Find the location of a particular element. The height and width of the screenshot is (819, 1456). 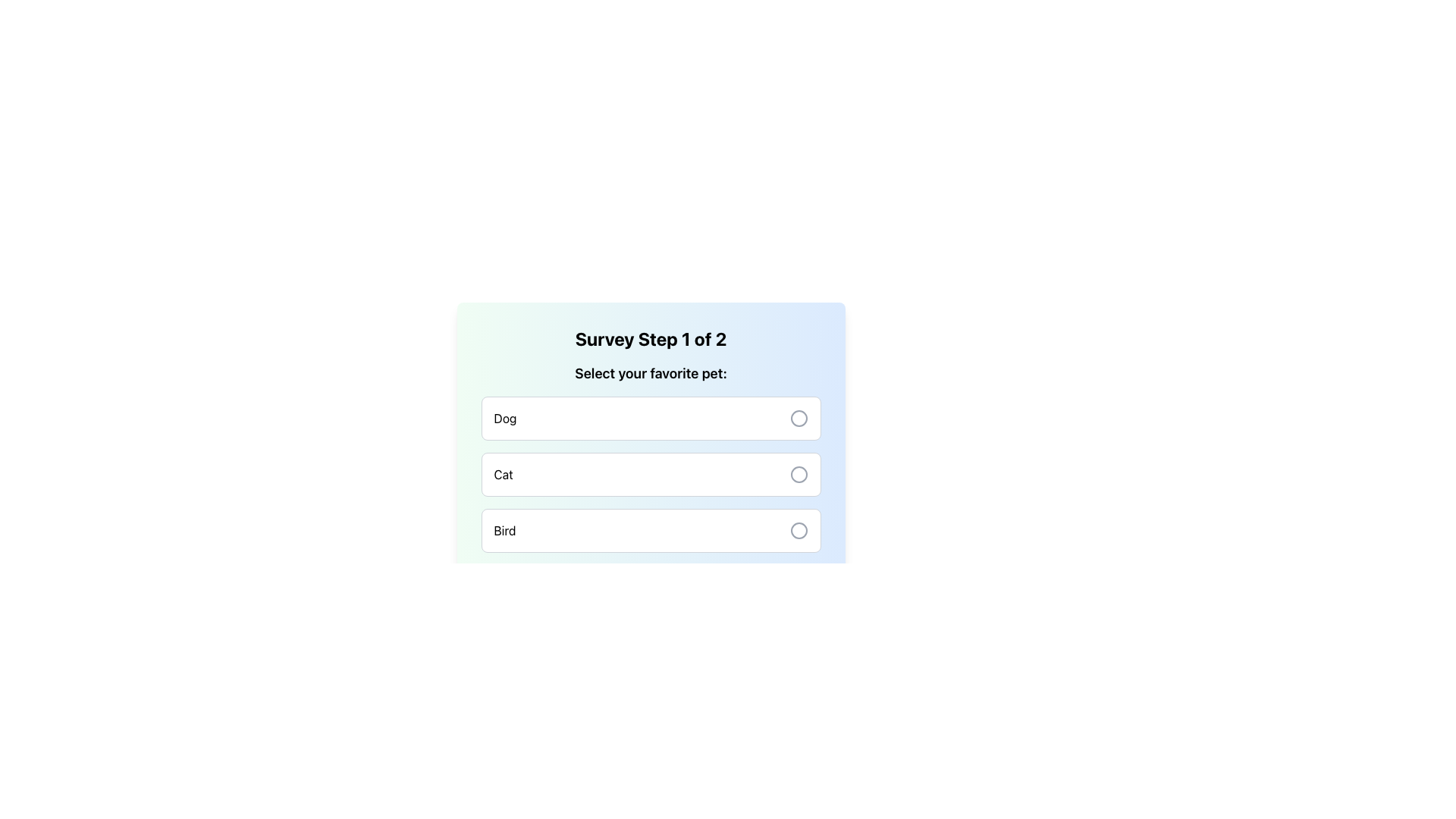

the radio button that selects the option labeled 'Cat' in the survey interface is located at coordinates (798, 473).